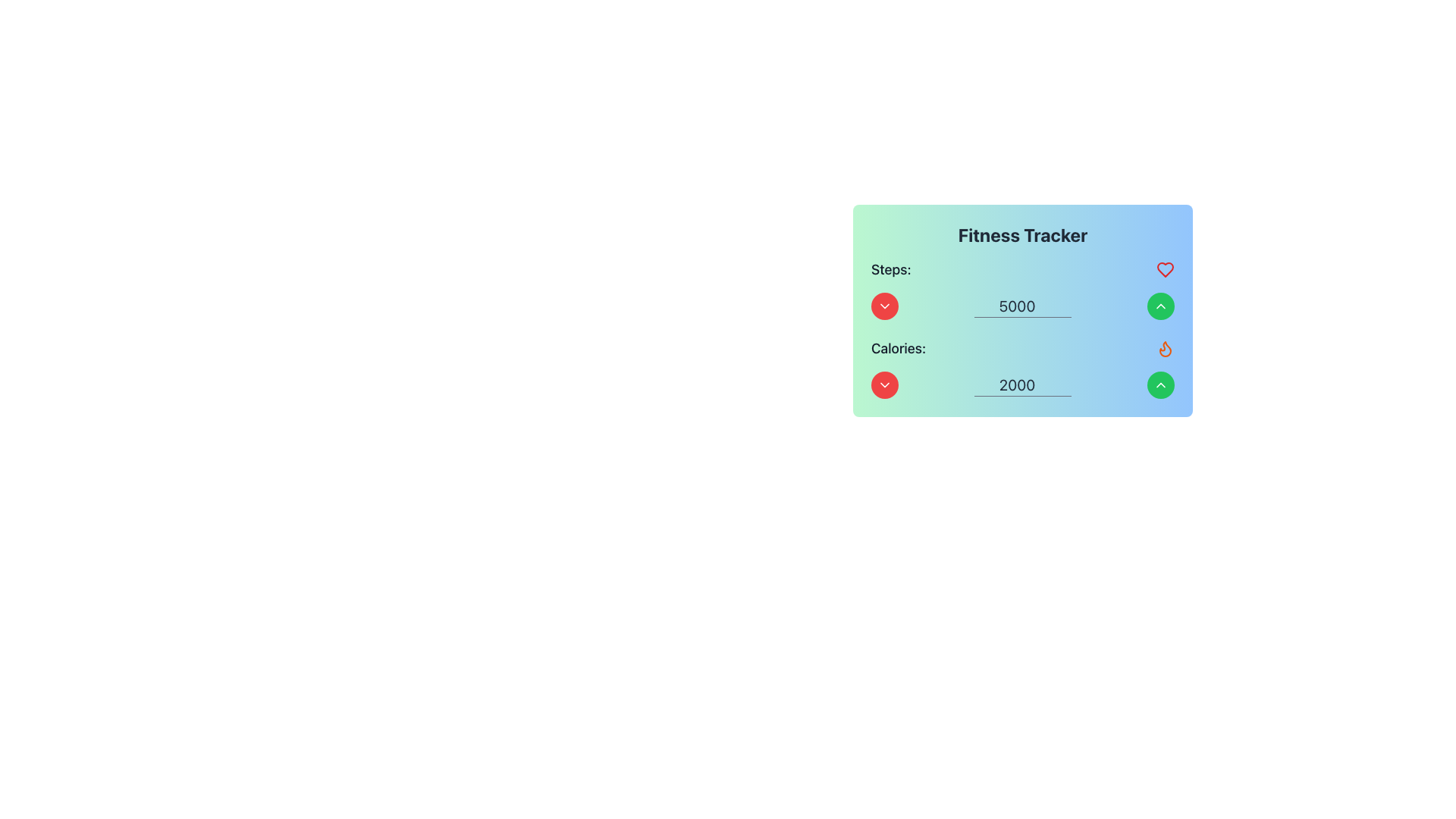  Describe the element at coordinates (1160, 306) in the screenshot. I see `the button located to the right of the numeric input field displaying '5000', which is aligned vertically with the 'Steps:' label, to increase the value` at that location.